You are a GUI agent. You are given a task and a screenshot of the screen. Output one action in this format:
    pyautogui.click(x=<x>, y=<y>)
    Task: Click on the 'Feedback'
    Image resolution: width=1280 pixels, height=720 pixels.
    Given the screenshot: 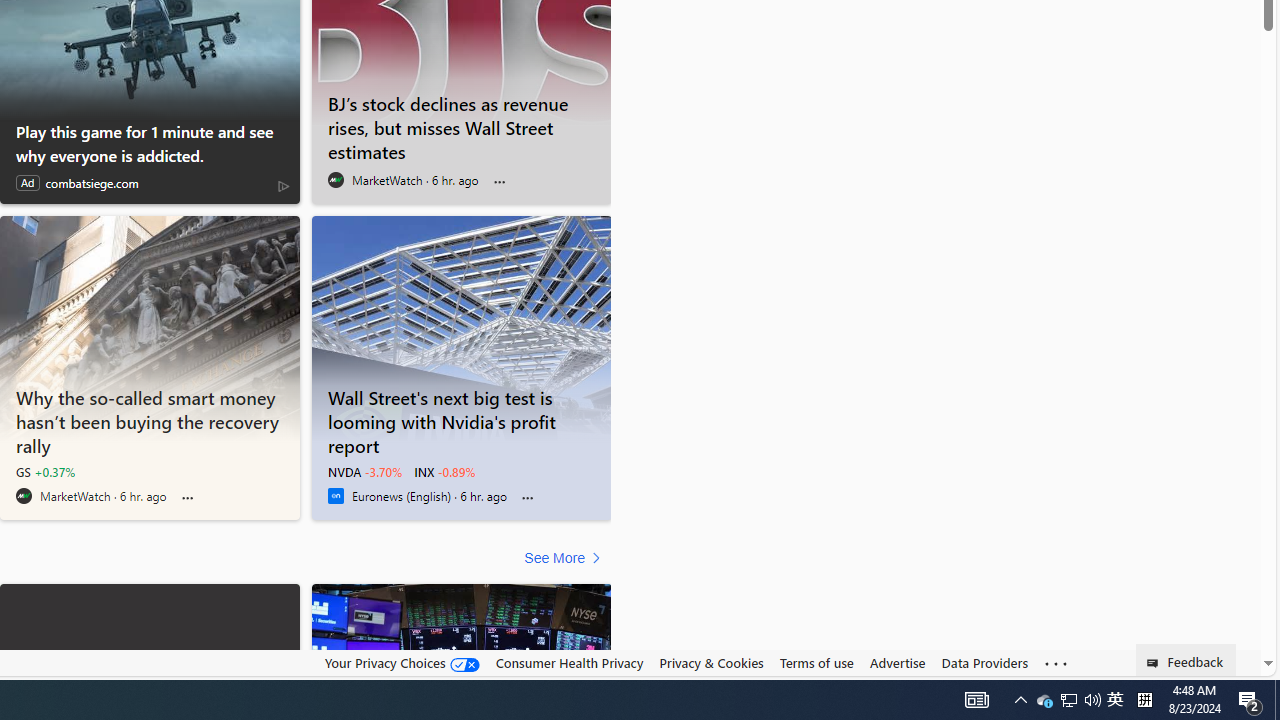 What is the action you would take?
    pyautogui.click(x=1186, y=659)
    